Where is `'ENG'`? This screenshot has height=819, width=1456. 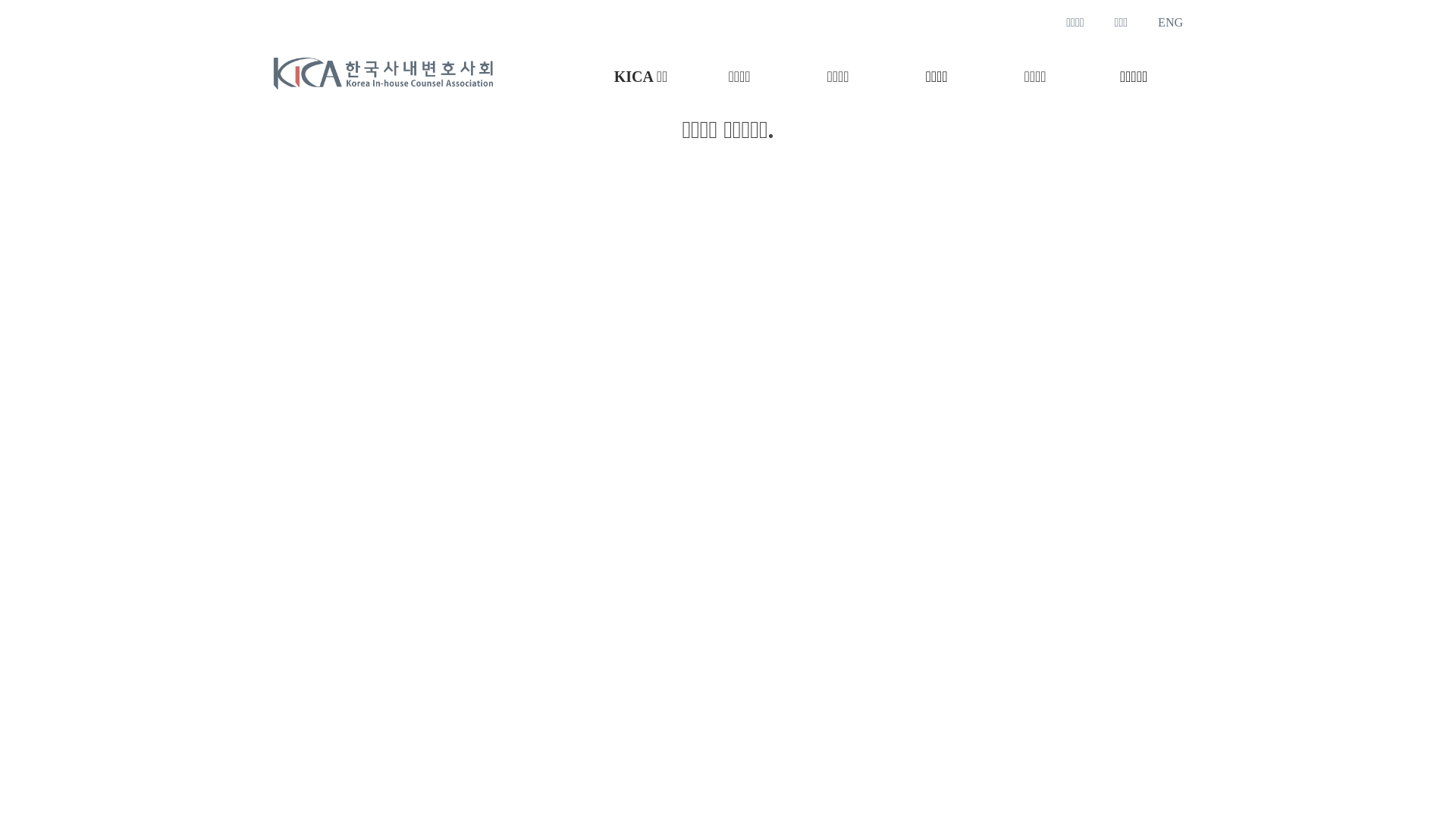 'ENG' is located at coordinates (1156, 23).